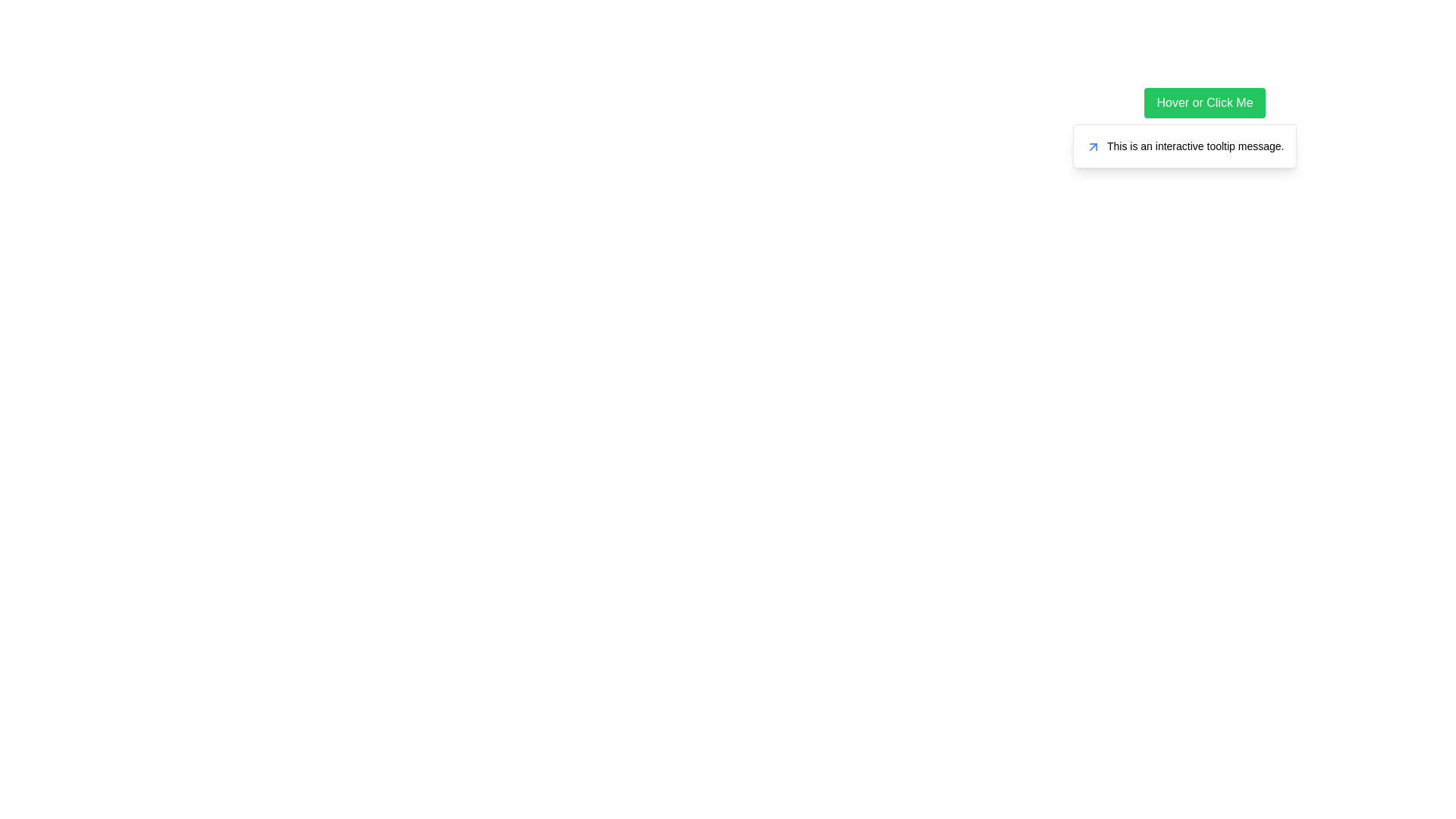  What do you see at coordinates (1184, 146) in the screenshot?
I see `the tooltip element, which is a rectangular box with a white background, containing a blue outlined arrow icon and the text 'This is an interactive tooltip message.' positioned directly below the green button labeled 'Hover or Click Me.'` at bounding box center [1184, 146].